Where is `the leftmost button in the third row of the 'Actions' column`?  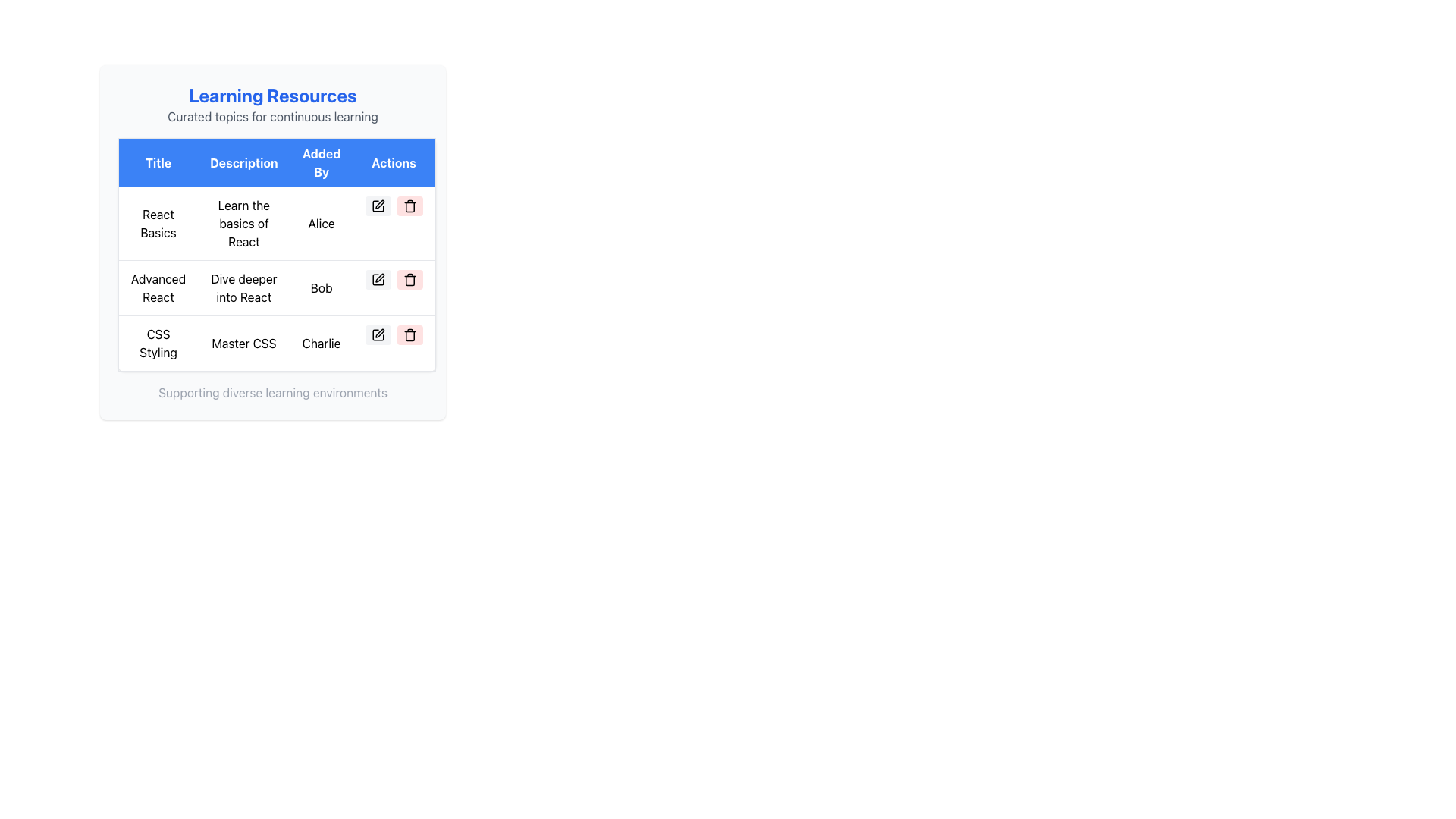 the leftmost button in the third row of the 'Actions' column is located at coordinates (378, 334).